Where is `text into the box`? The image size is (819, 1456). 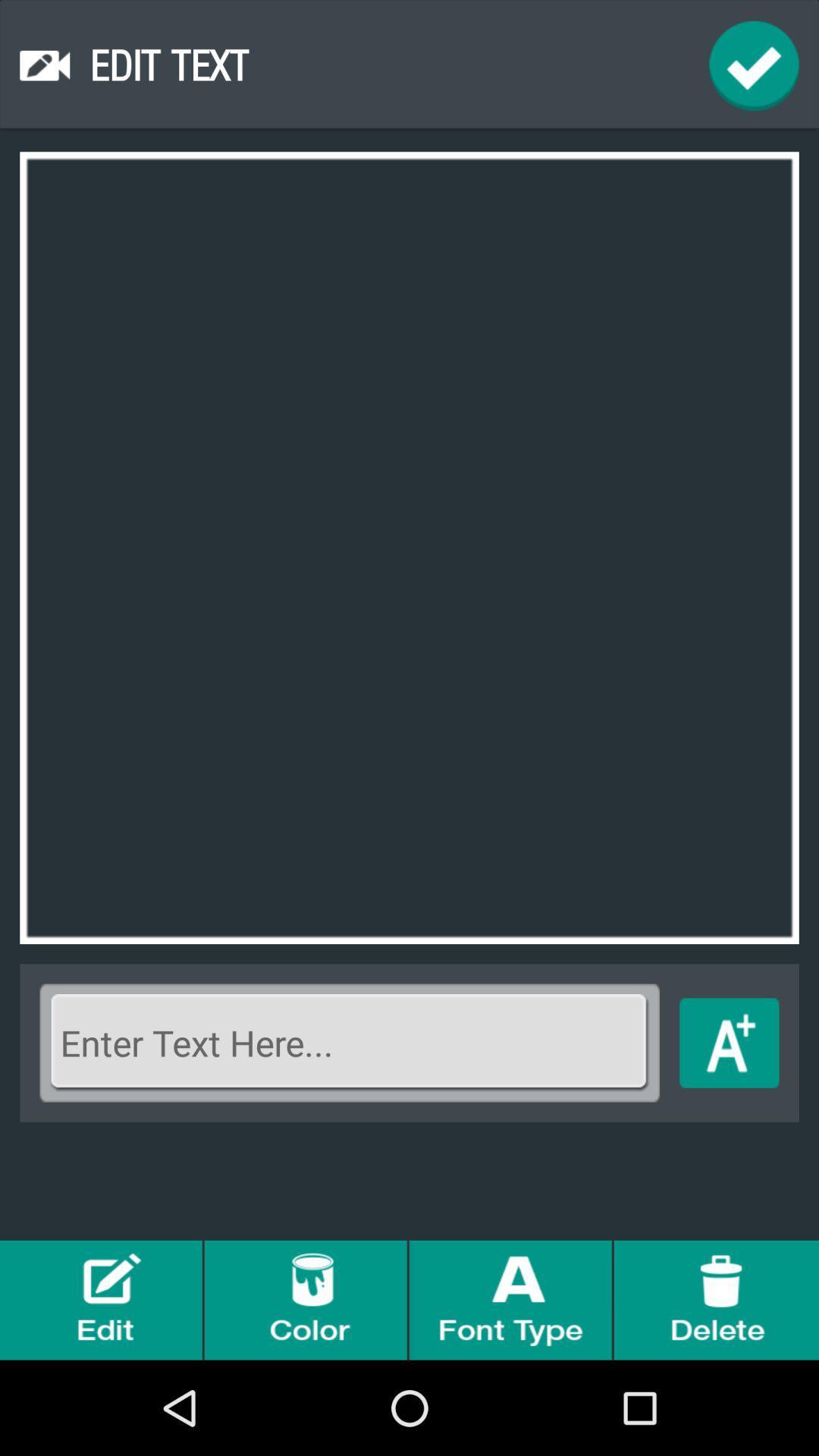
text into the box is located at coordinates (350, 1042).